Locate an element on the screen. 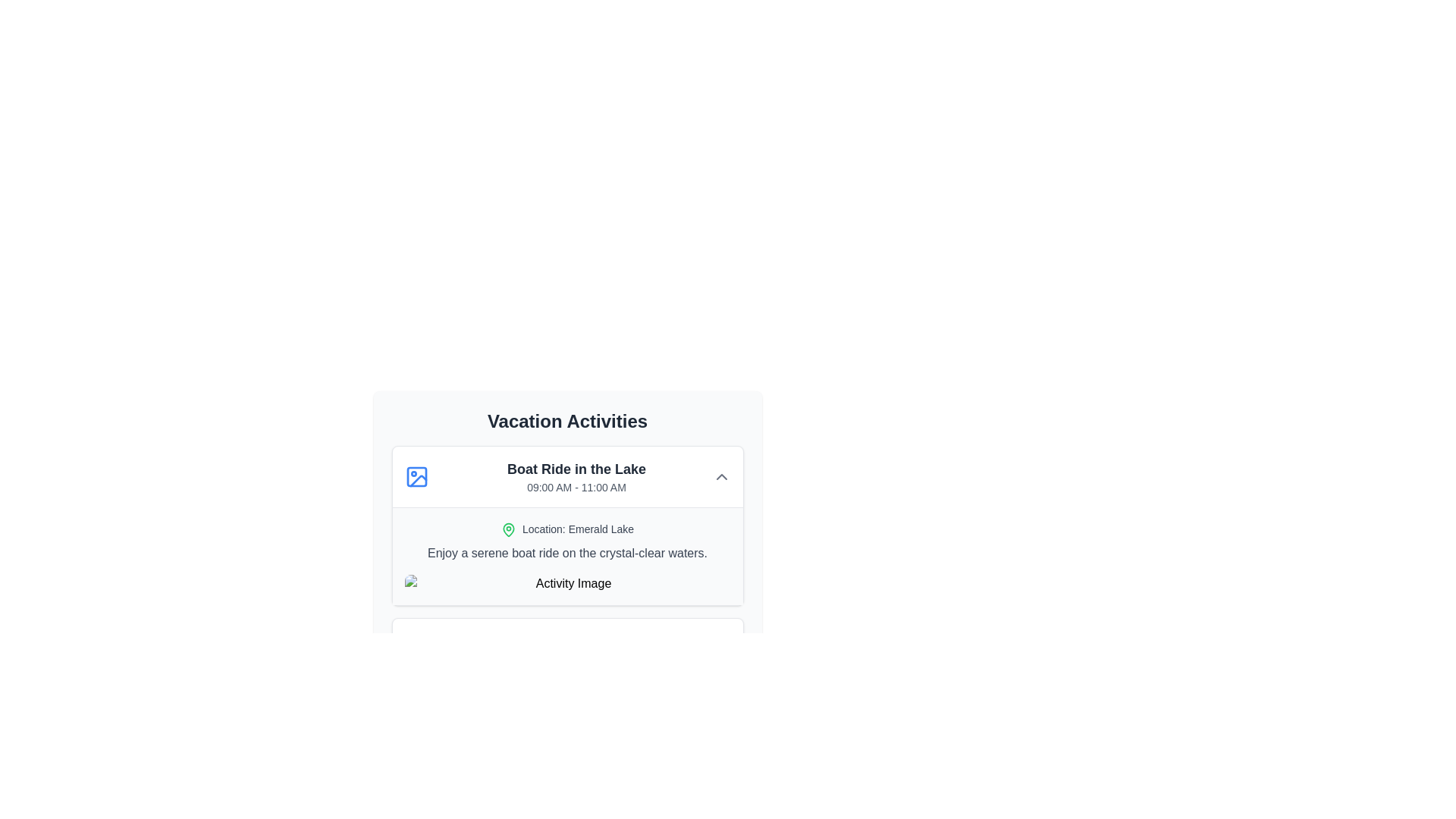 This screenshot has height=819, width=1456. the title of the scheduled activity displayed in the clickable header or summary component is located at coordinates (566, 475).